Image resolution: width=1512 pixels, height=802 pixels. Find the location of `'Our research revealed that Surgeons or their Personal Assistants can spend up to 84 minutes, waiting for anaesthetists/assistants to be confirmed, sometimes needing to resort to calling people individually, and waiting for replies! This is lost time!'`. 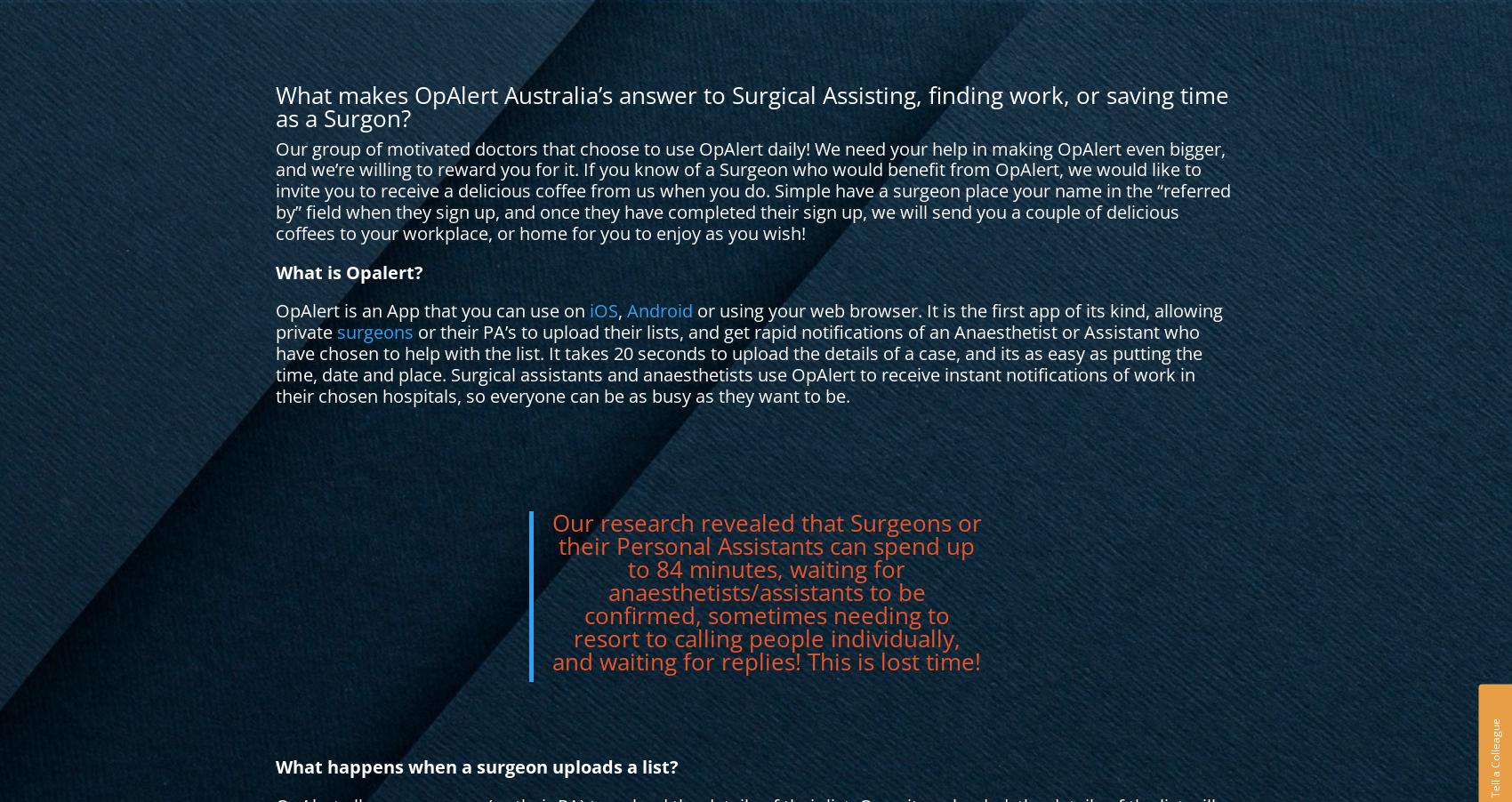

'Our research revealed that Surgeons or their Personal Assistants can spend up to 84 minutes, waiting for anaesthetists/assistants to be confirmed, sometimes needing to resort to calling people individually, and waiting for replies! This is lost time!' is located at coordinates (766, 591).